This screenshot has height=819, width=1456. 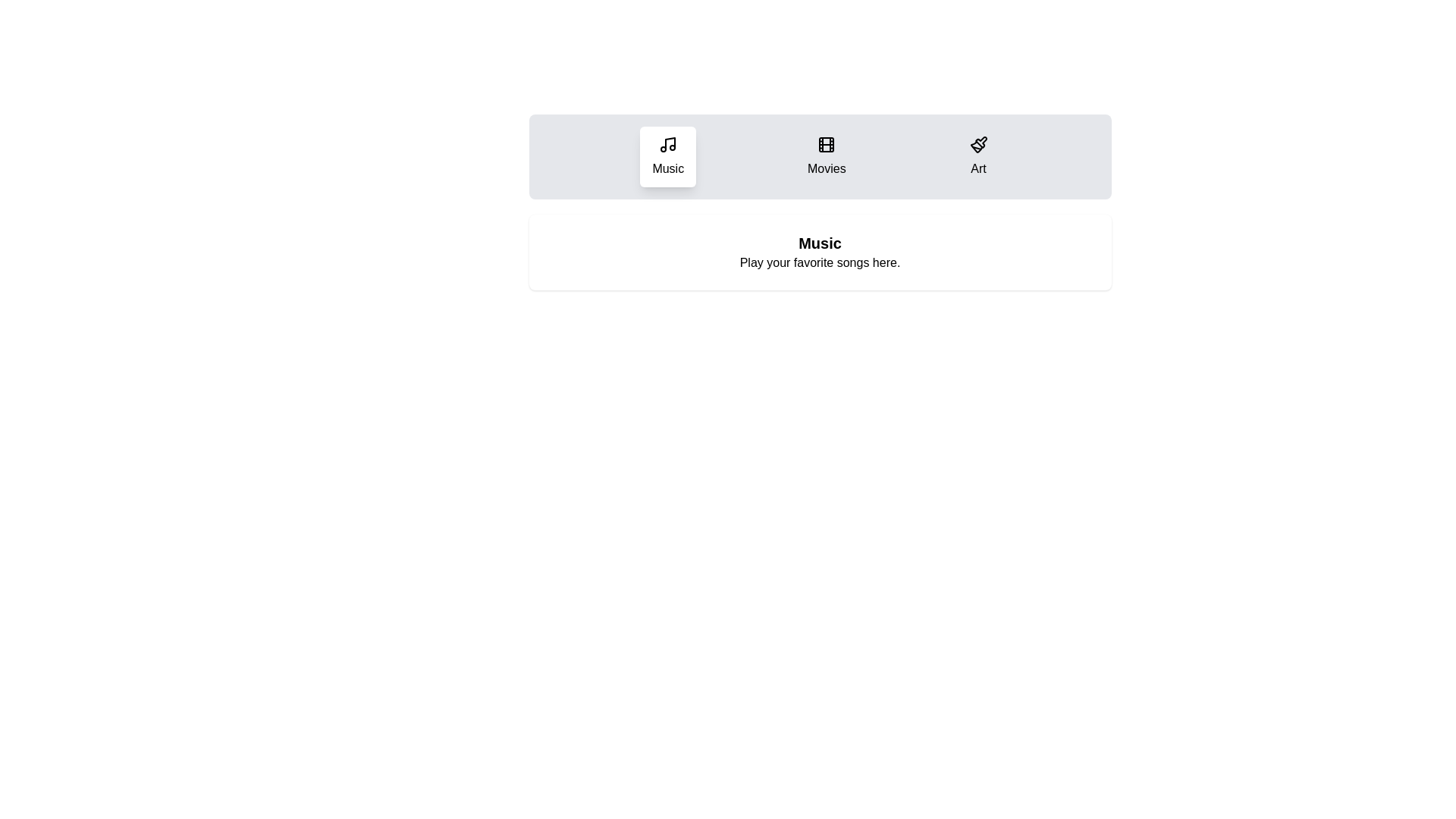 What do you see at coordinates (667, 157) in the screenshot?
I see `the Music tab to display its content` at bounding box center [667, 157].